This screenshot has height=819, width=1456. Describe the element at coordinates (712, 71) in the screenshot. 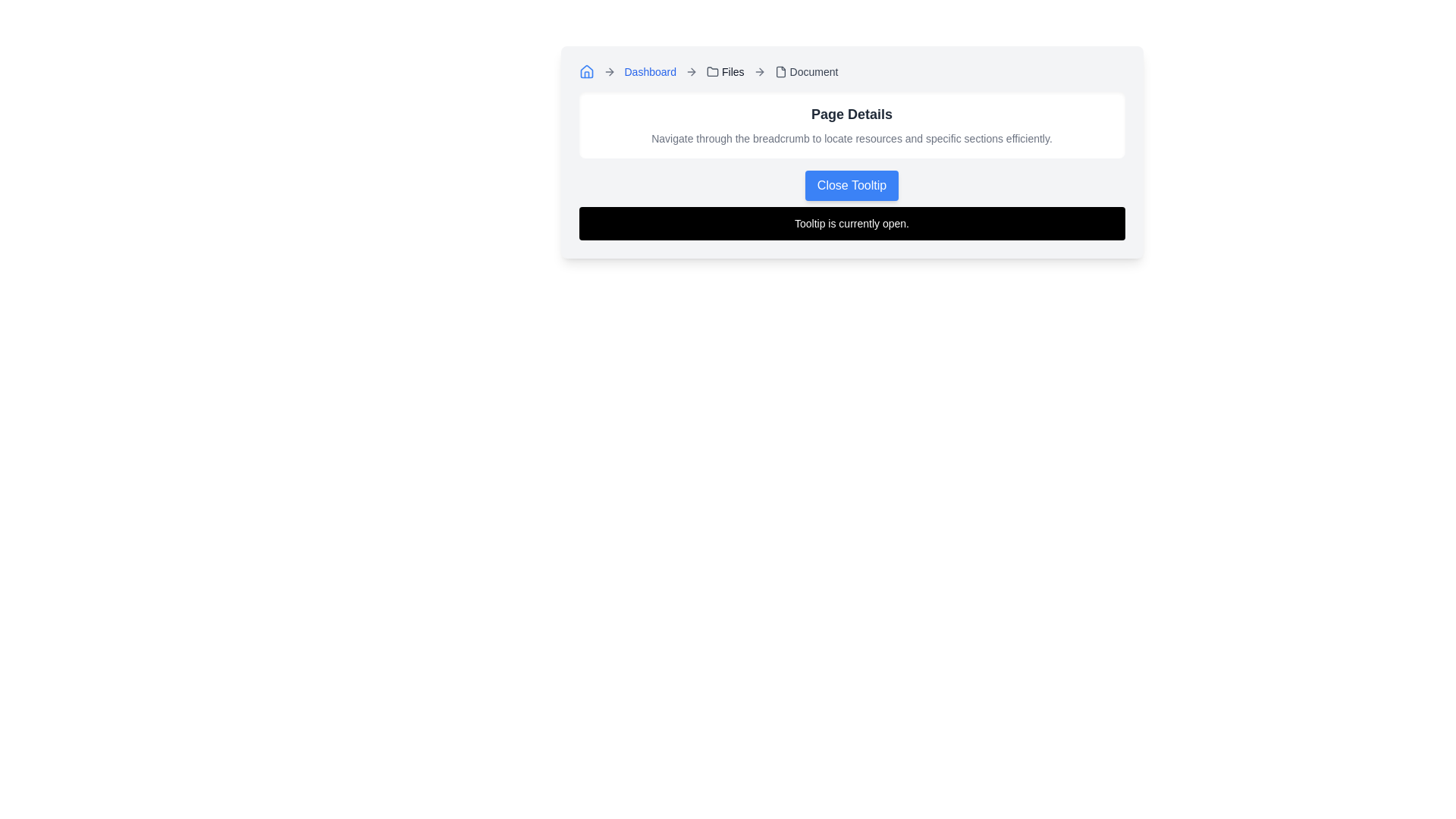

I see `the visual effect of the folder icon in the breadcrumb navigation bar that represents the 'Files' section` at that location.